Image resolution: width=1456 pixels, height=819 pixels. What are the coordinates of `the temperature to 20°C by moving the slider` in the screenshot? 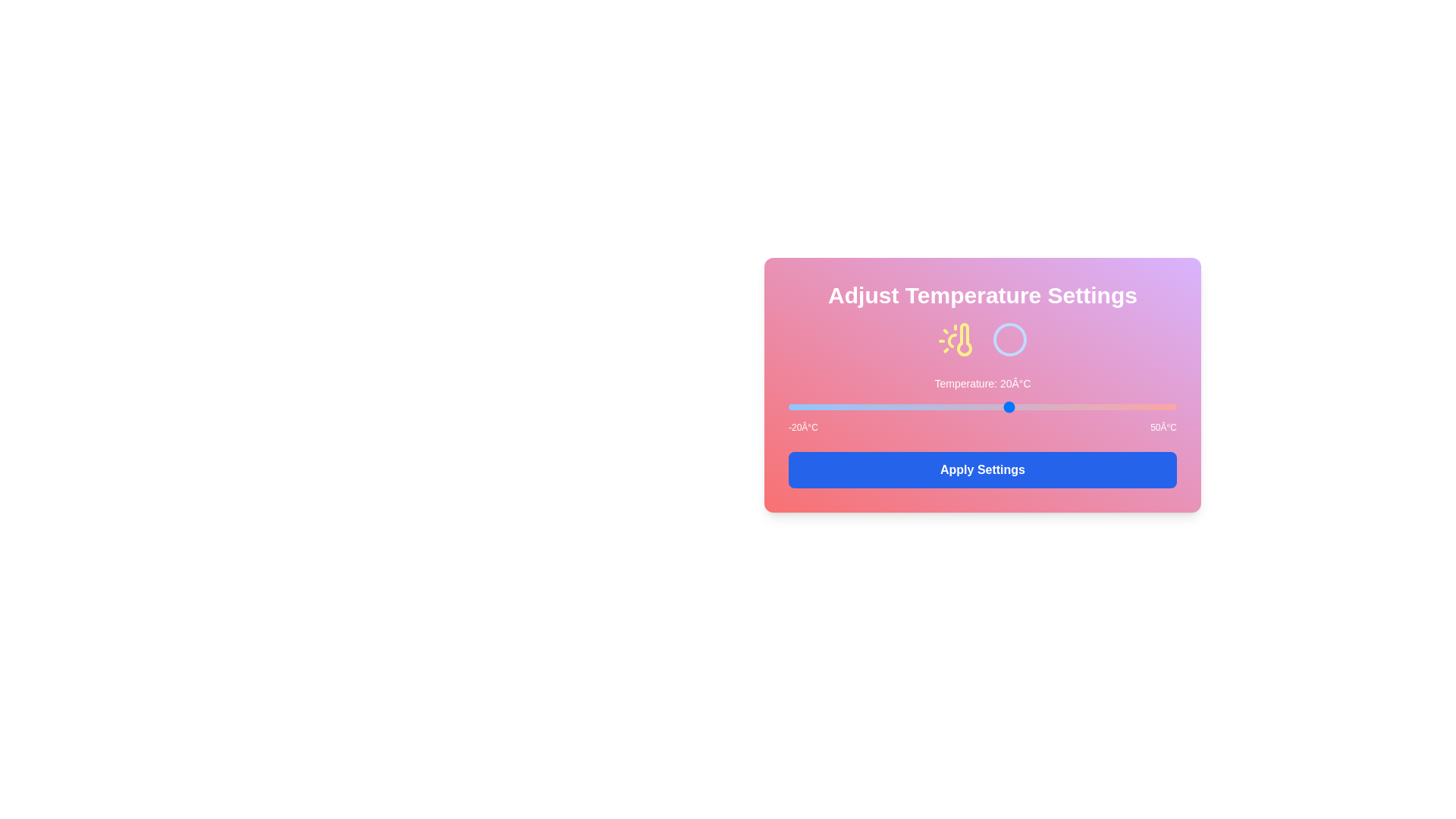 It's located at (1010, 406).